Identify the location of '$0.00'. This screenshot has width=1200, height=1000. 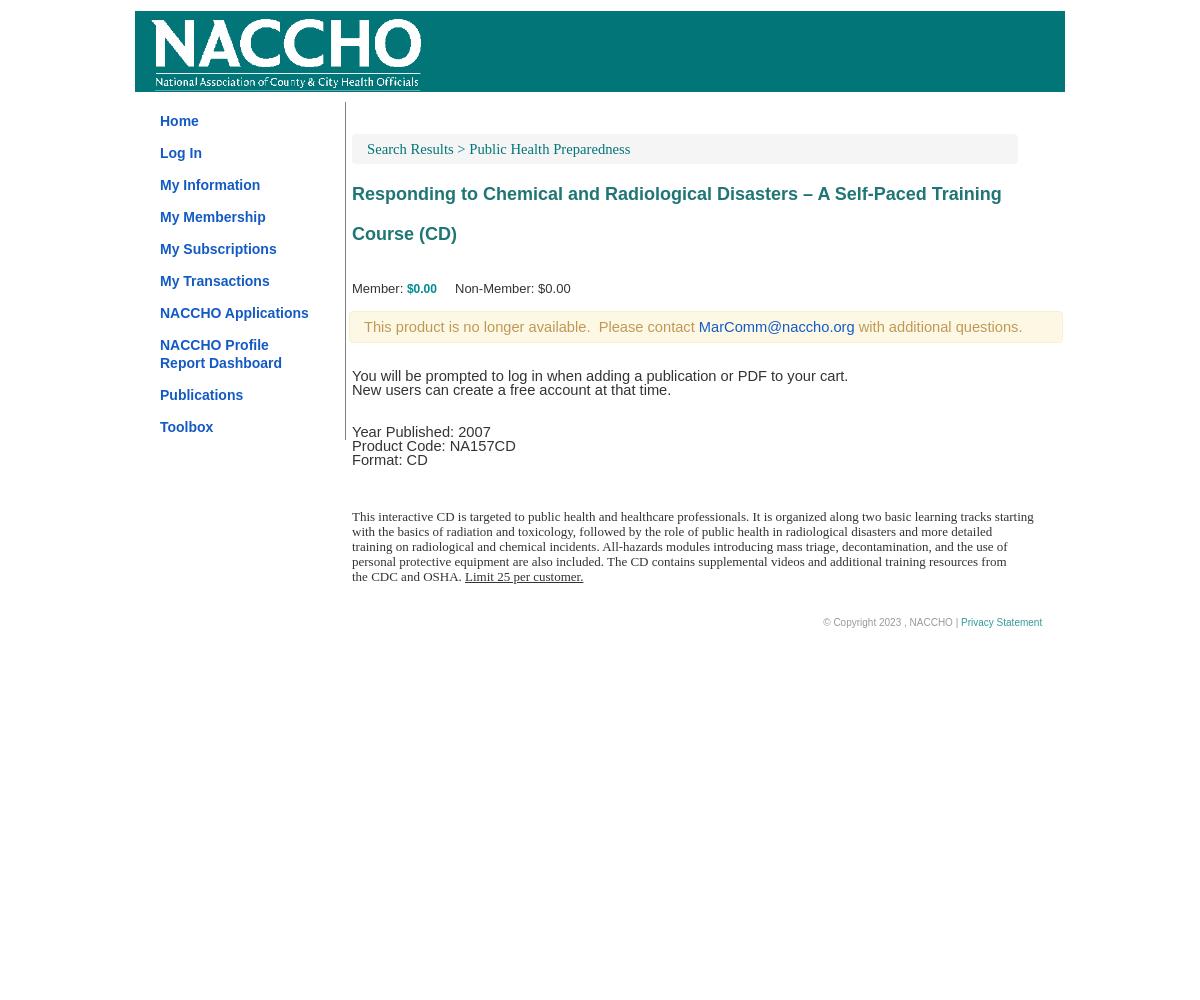
(420, 289).